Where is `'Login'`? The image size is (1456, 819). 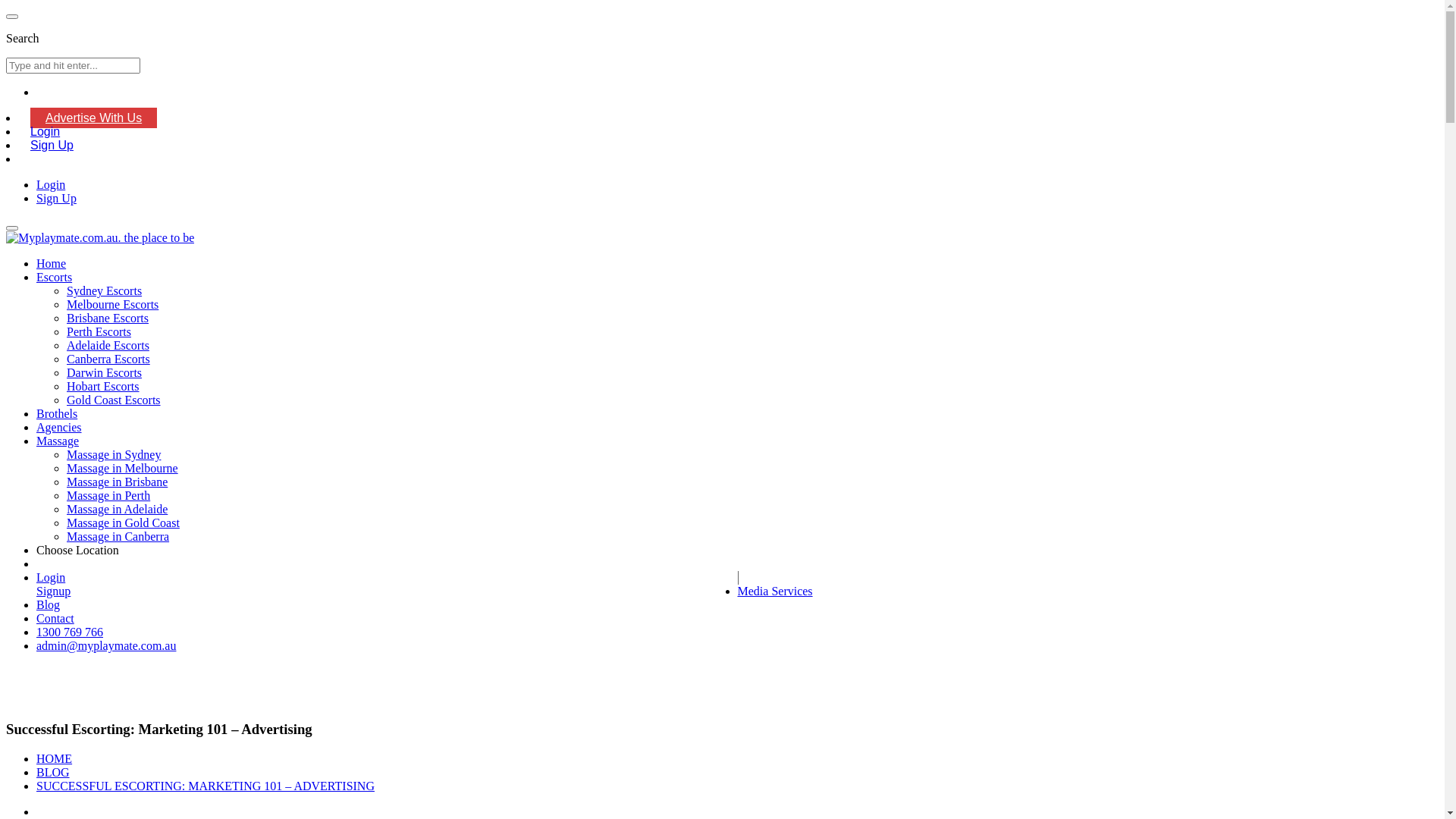
'Login' is located at coordinates (51, 184).